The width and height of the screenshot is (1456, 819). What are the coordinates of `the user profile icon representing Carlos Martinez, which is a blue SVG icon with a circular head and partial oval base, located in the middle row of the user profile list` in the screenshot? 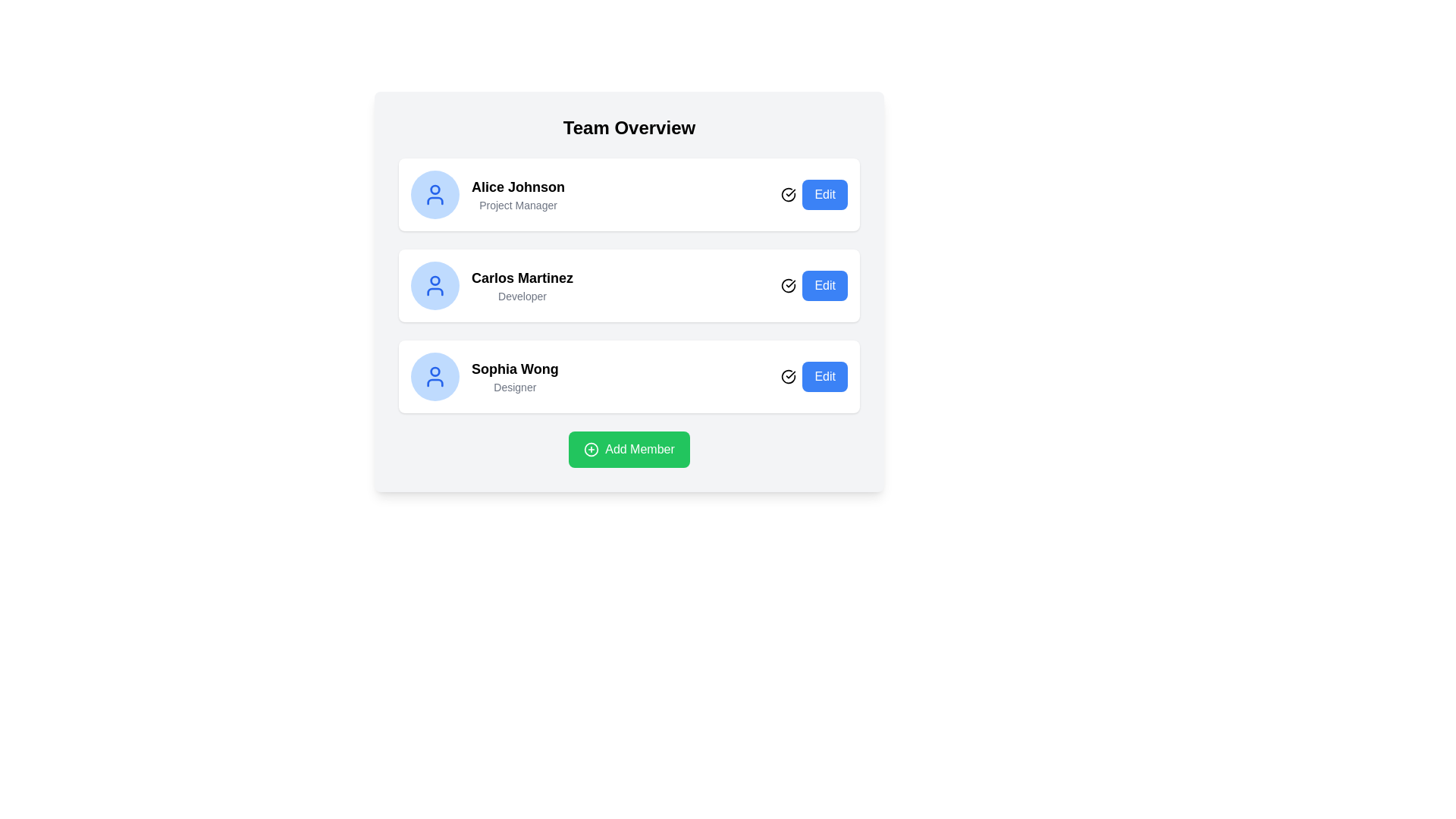 It's located at (435, 286).